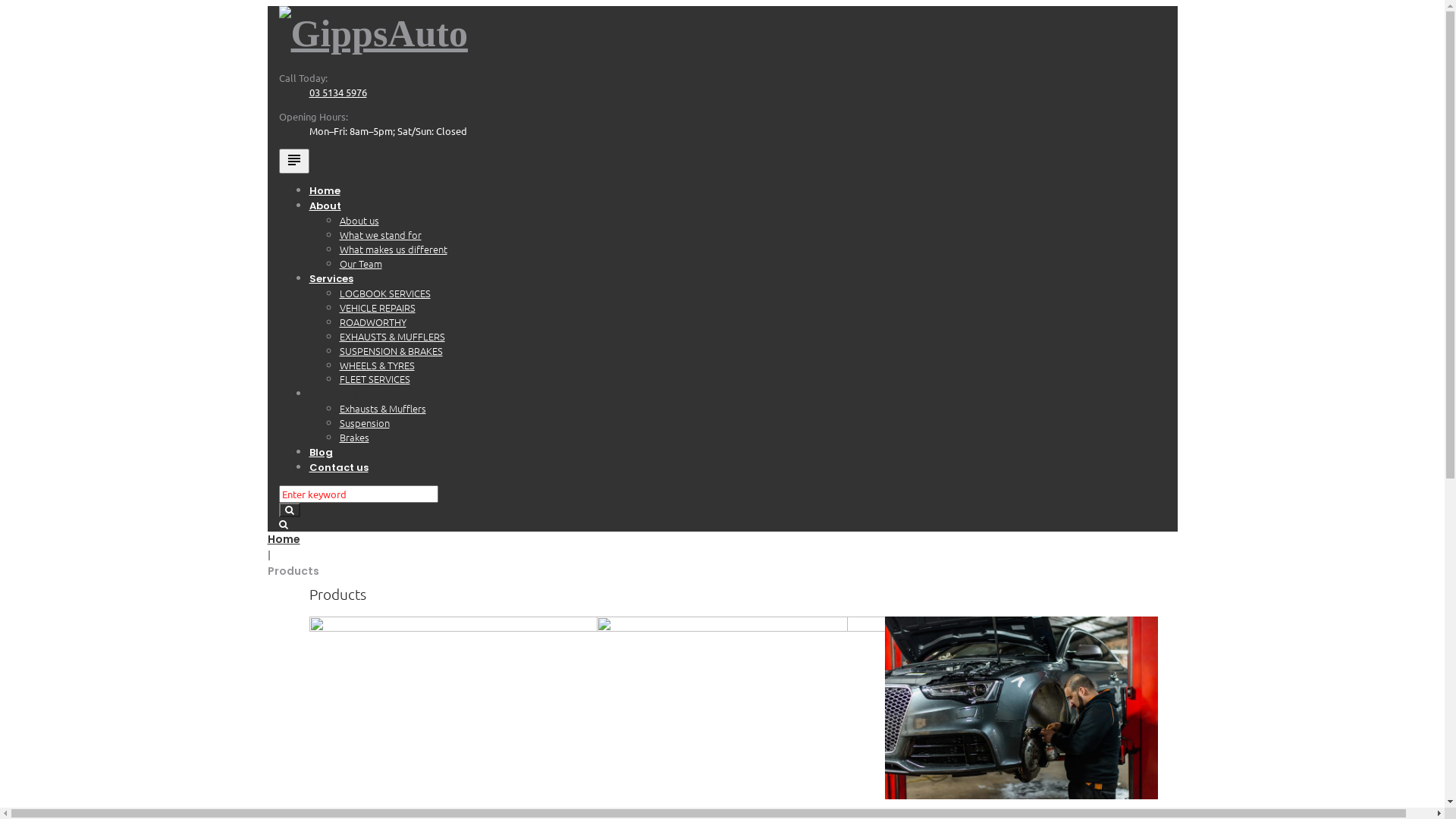  What do you see at coordinates (393, 248) in the screenshot?
I see `'What makes us different'` at bounding box center [393, 248].